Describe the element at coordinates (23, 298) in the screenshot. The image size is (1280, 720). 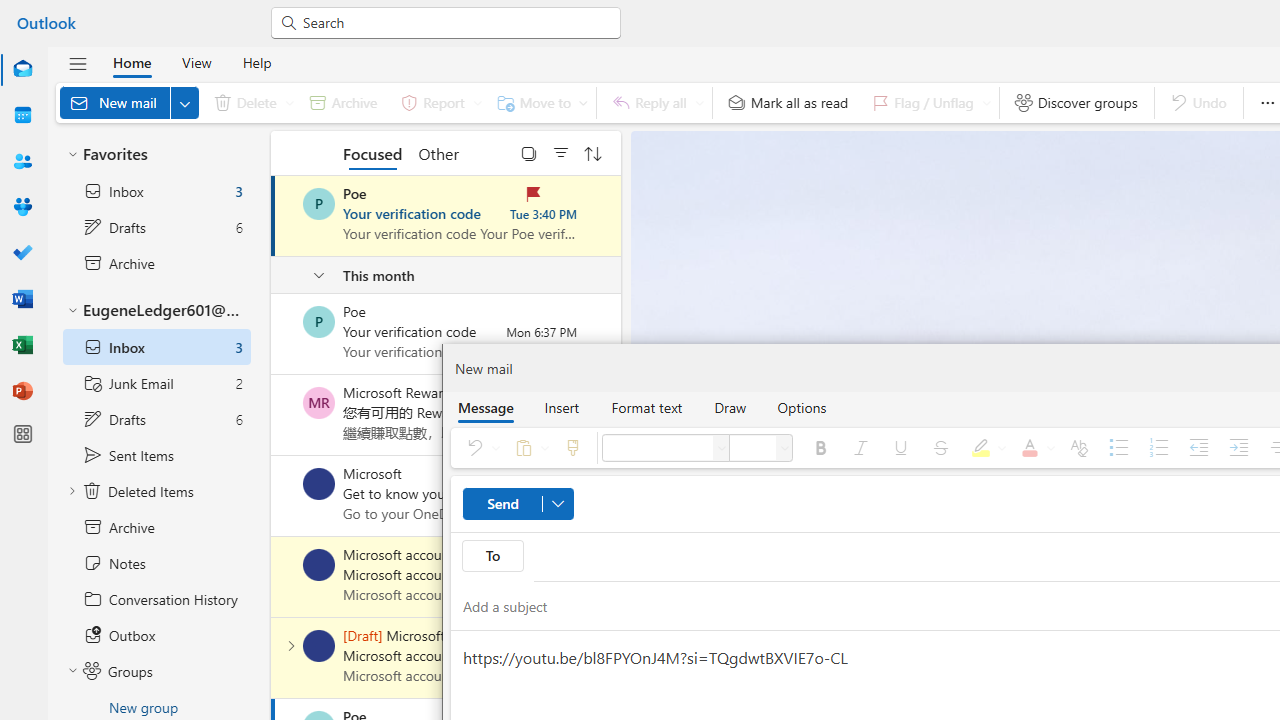
I see `'Word'` at that location.